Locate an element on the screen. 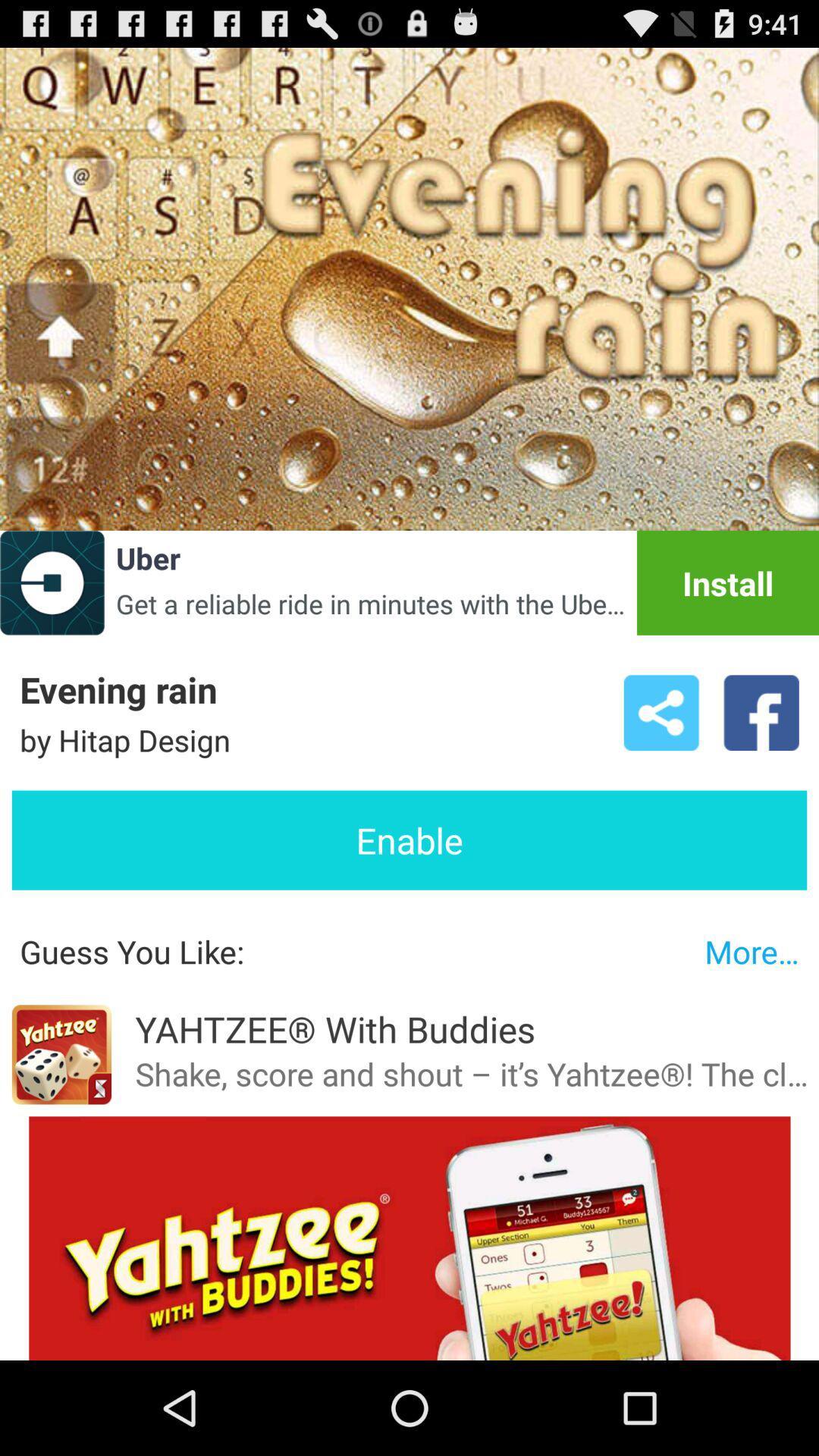  icon next to the by hitap design icon is located at coordinates (661, 712).